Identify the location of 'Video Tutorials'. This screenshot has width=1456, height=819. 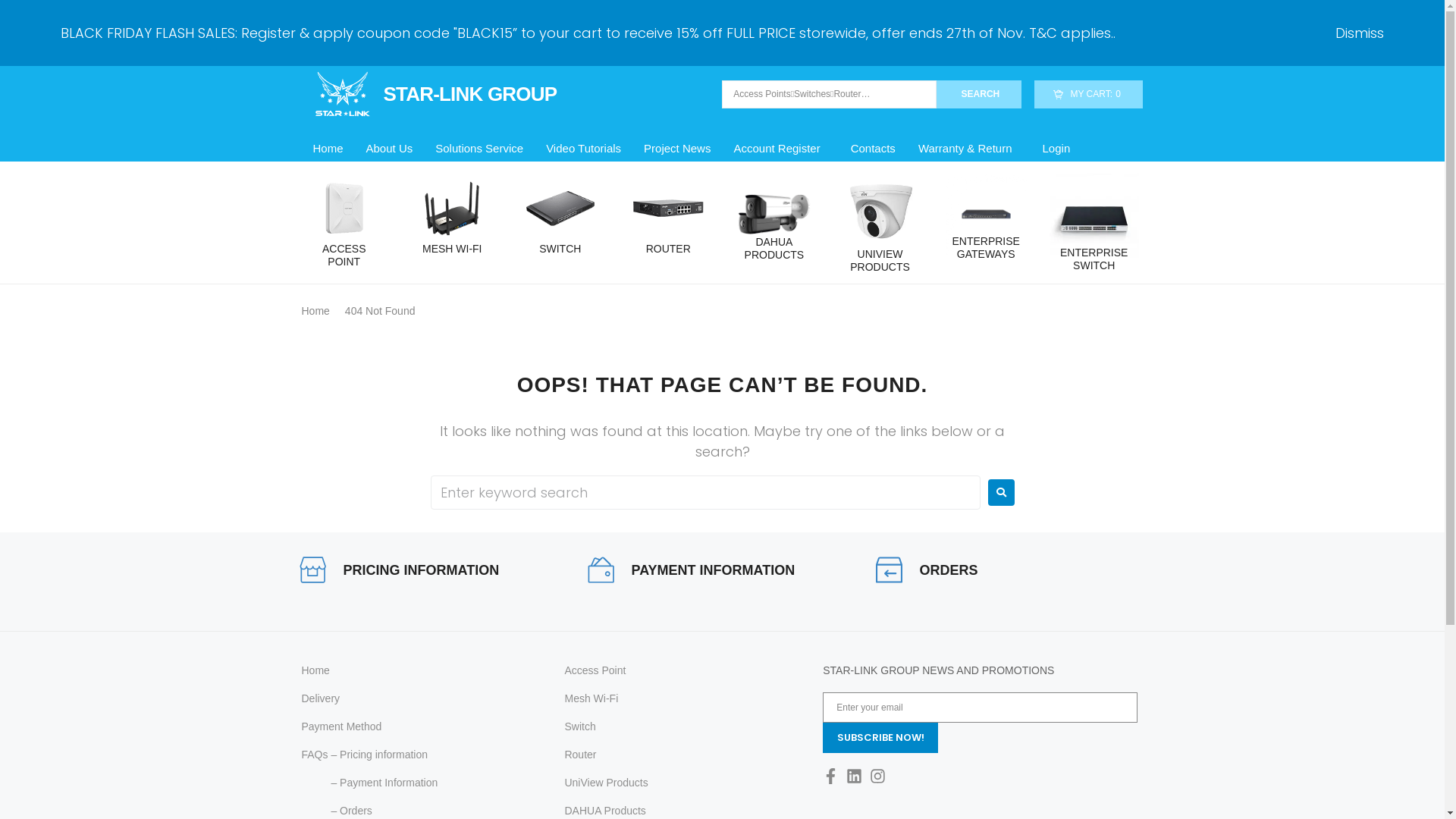
(535, 149).